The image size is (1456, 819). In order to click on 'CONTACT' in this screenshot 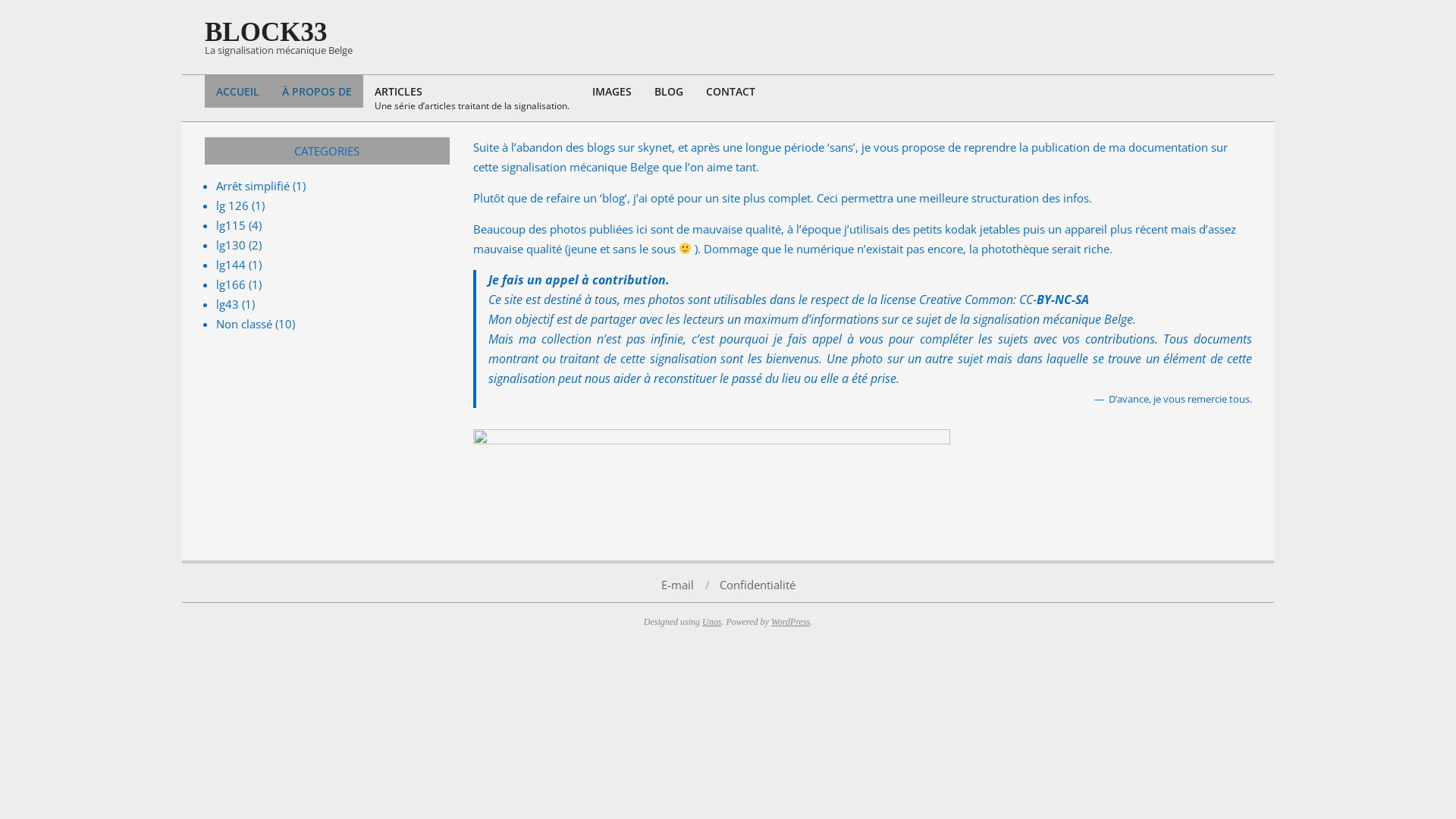, I will do `click(730, 91)`.